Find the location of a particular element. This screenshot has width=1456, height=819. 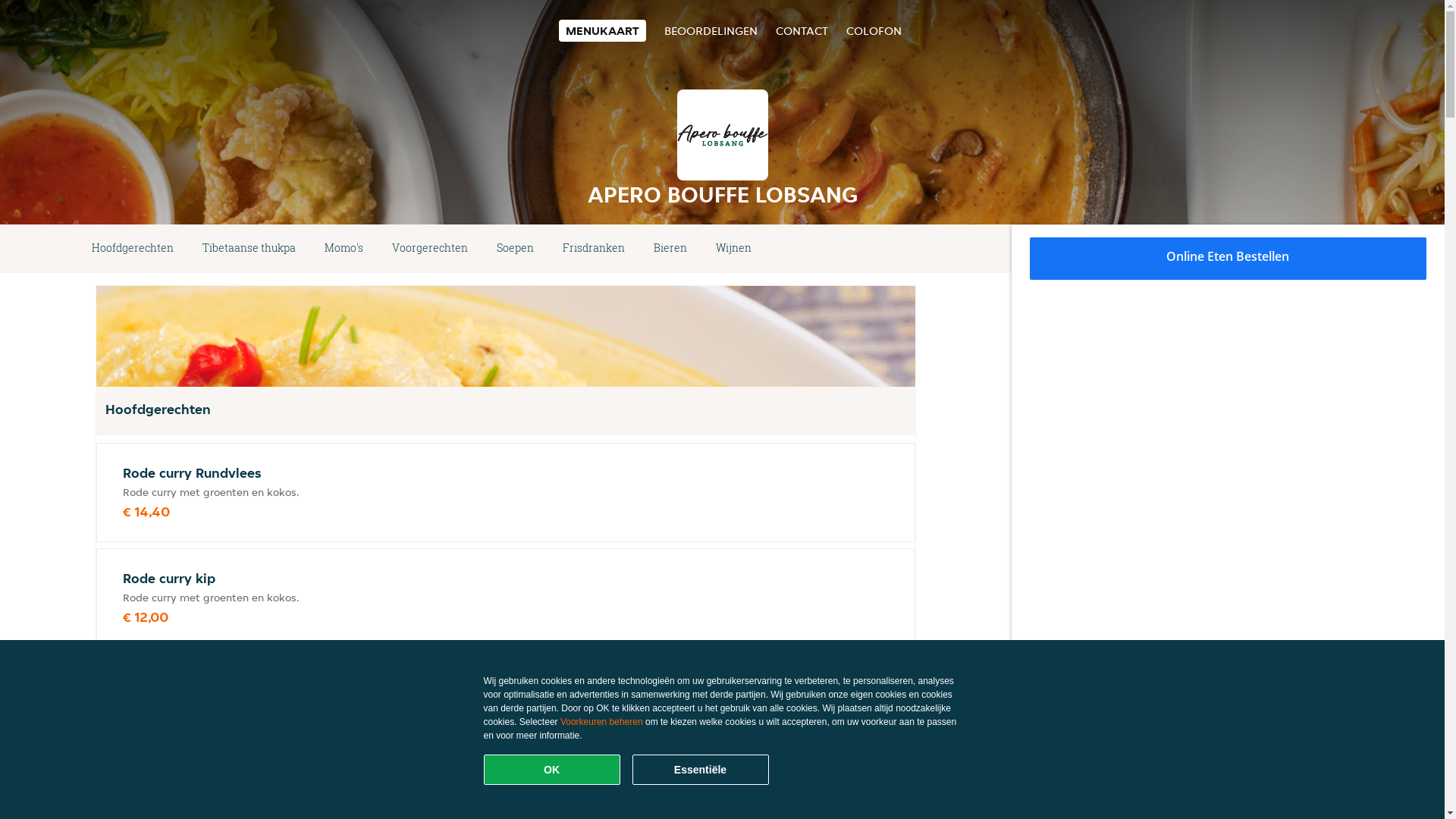

'Tibetaanse thukpa' is located at coordinates (249, 247).